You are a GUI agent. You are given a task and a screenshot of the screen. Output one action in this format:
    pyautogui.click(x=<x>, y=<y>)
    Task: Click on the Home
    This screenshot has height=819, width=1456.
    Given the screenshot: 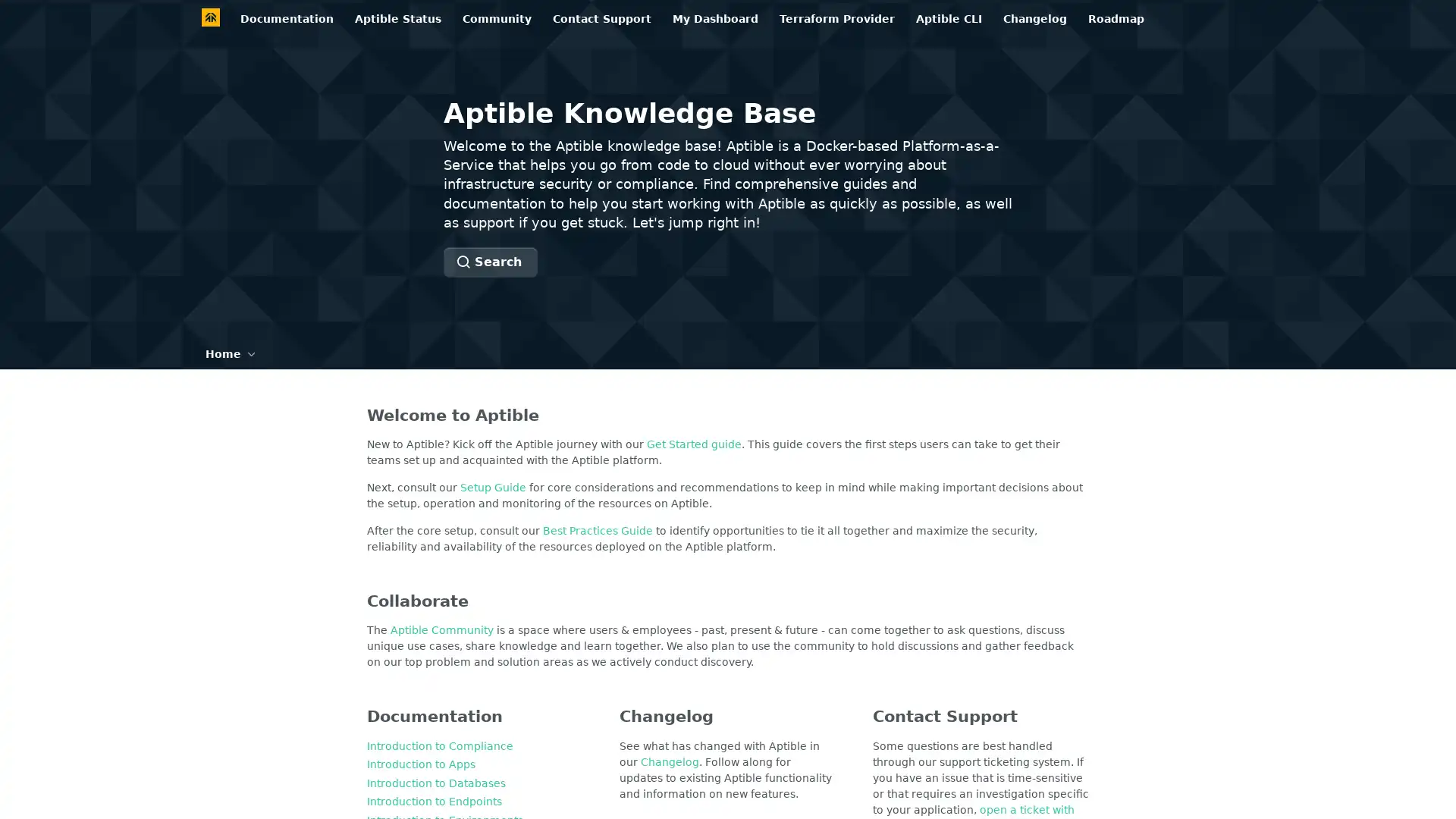 What is the action you would take?
    pyautogui.click(x=229, y=353)
    